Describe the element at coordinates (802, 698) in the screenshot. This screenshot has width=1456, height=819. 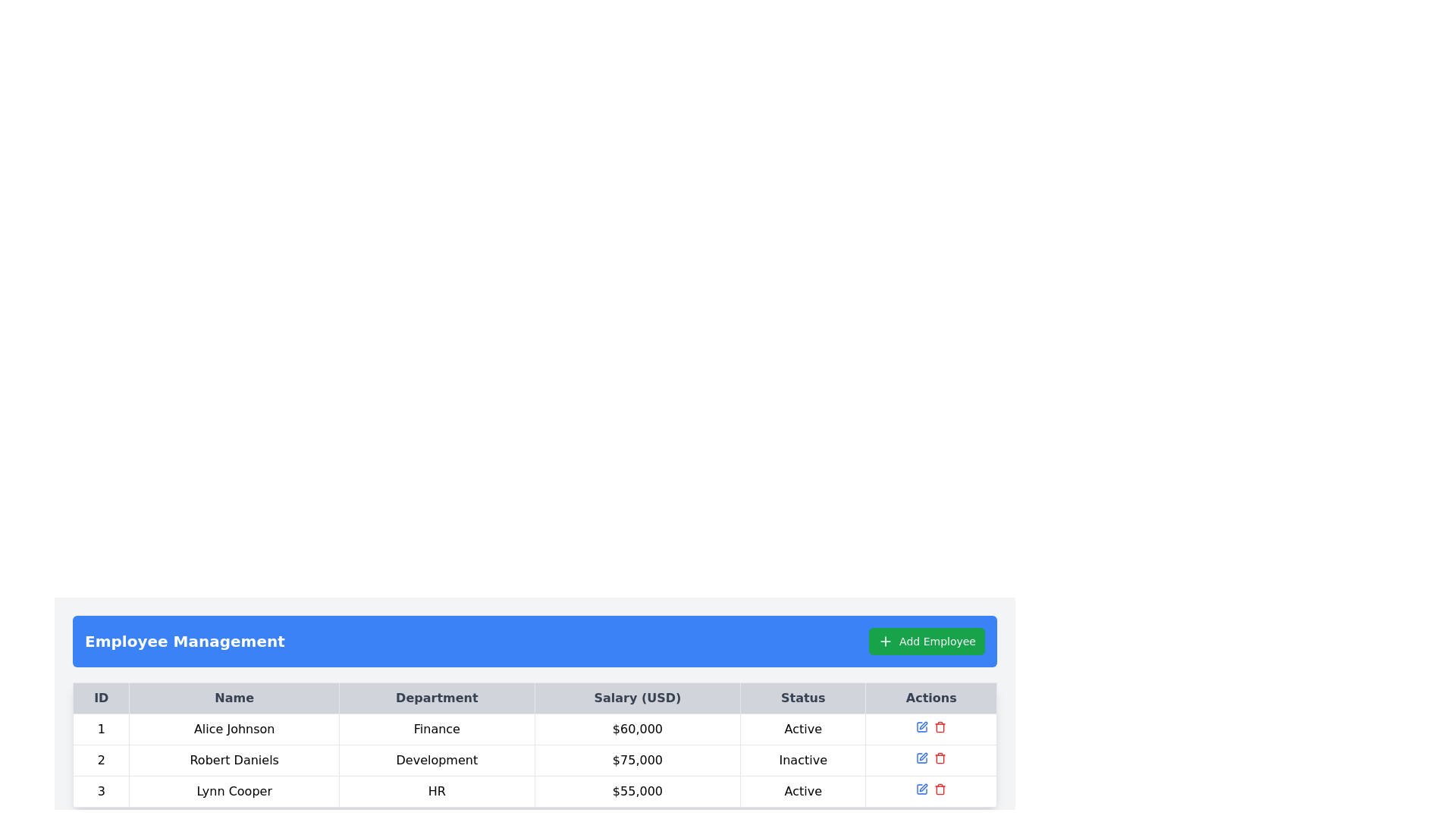
I see `the table header cell labeled 'Status', which is the fifth header in a row of six headers, aligned in the upper-middle region of the interface` at that location.